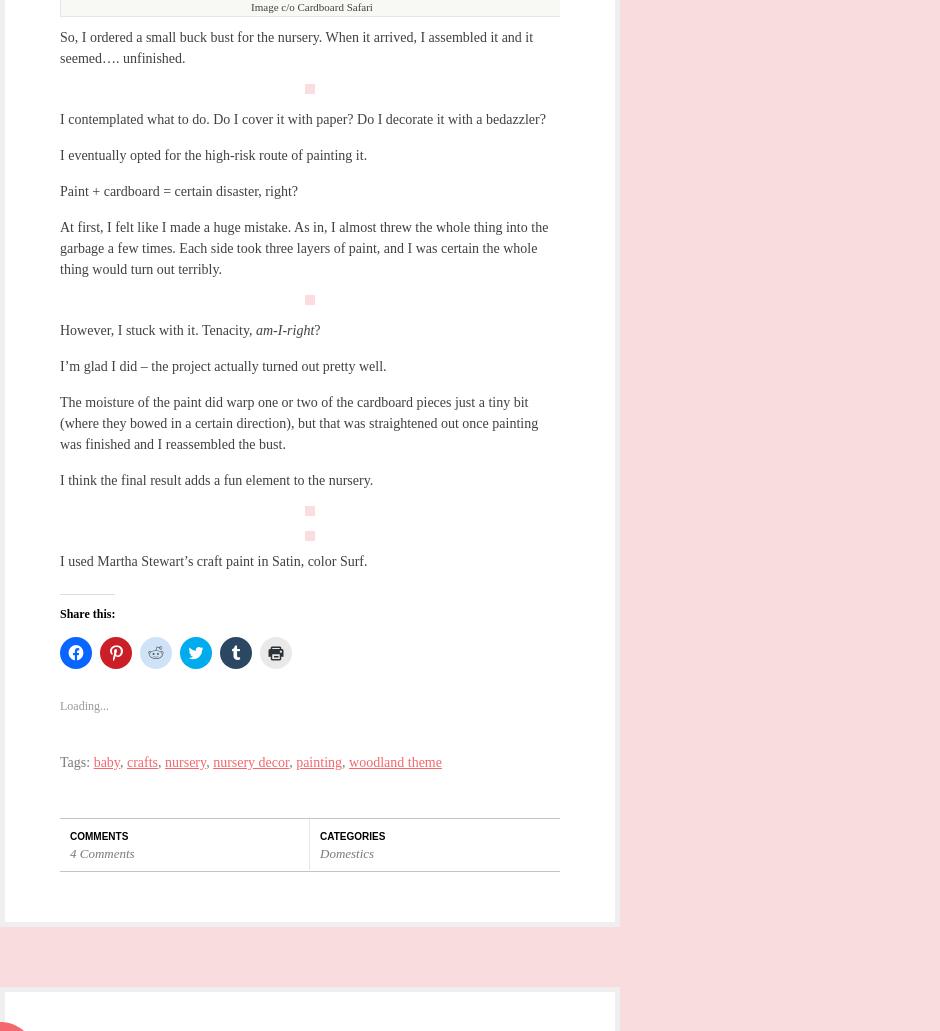  What do you see at coordinates (84, 704) in the screenshot?
I see `'Loading...'` at bounding box center [84, 704].